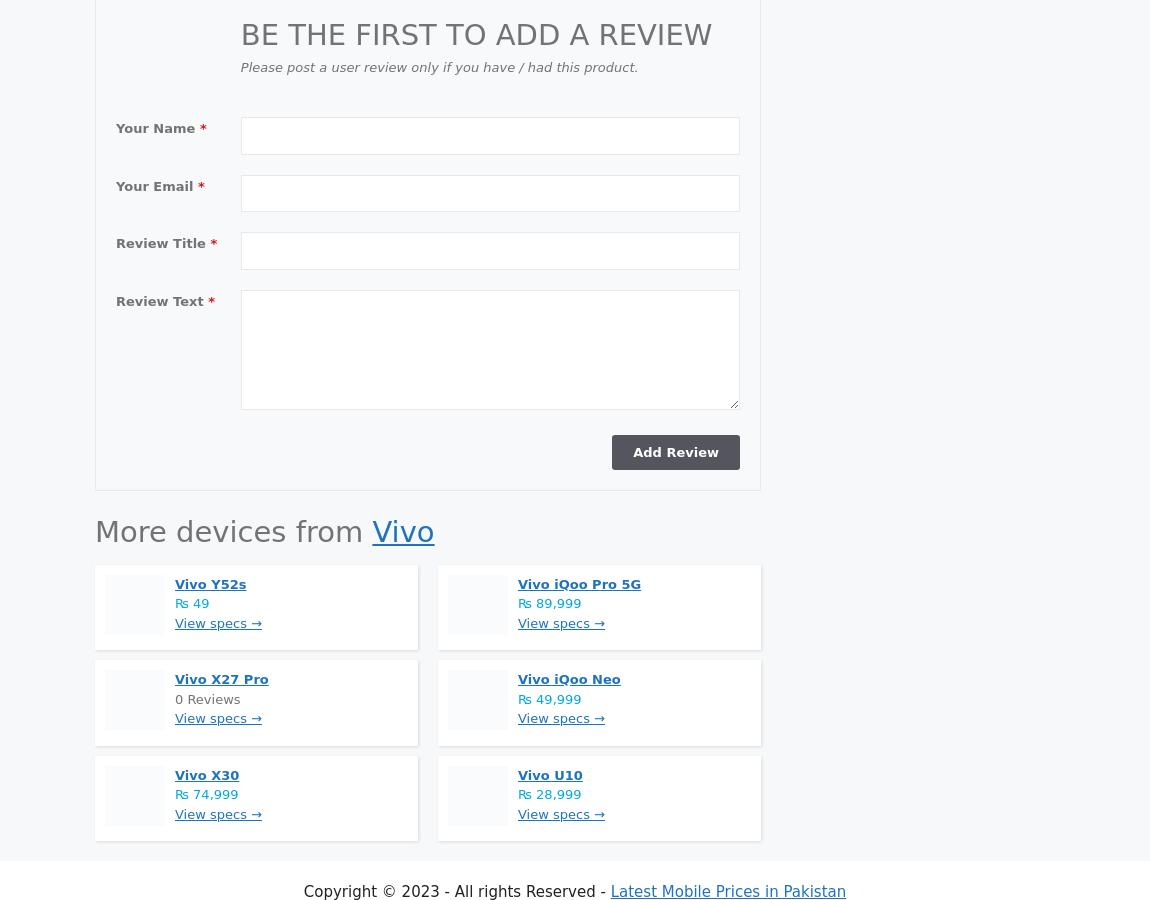 The width and height of the screenshot is (1150, 900). I want to click on '₨ 89,999', so click(549, 603).